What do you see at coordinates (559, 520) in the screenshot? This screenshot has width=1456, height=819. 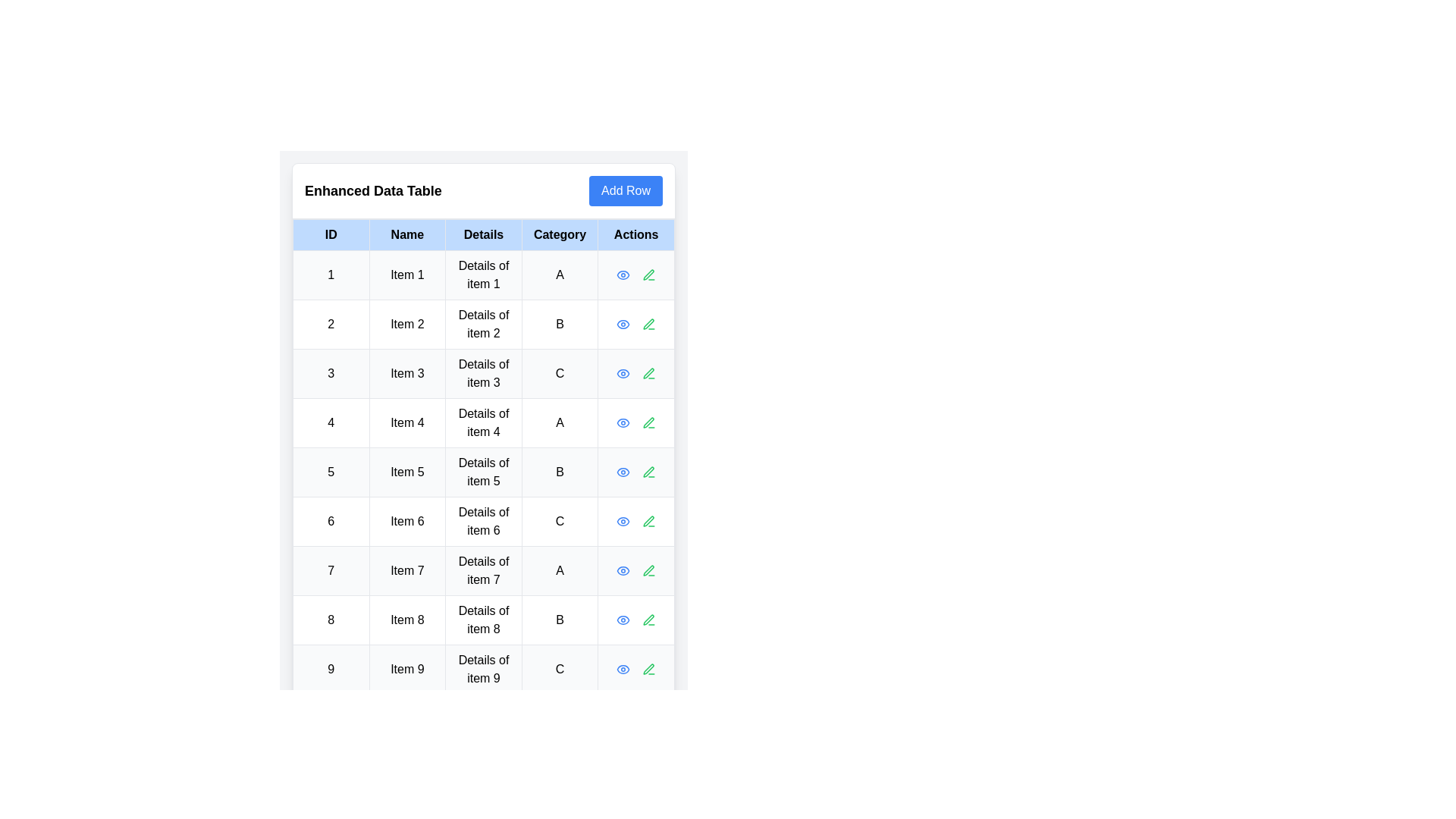 I see `the Table Cell displaying the category letter in the sixth row under the 'Category' column, which is the fourth cell from the left` at bounding box center [559, 520].